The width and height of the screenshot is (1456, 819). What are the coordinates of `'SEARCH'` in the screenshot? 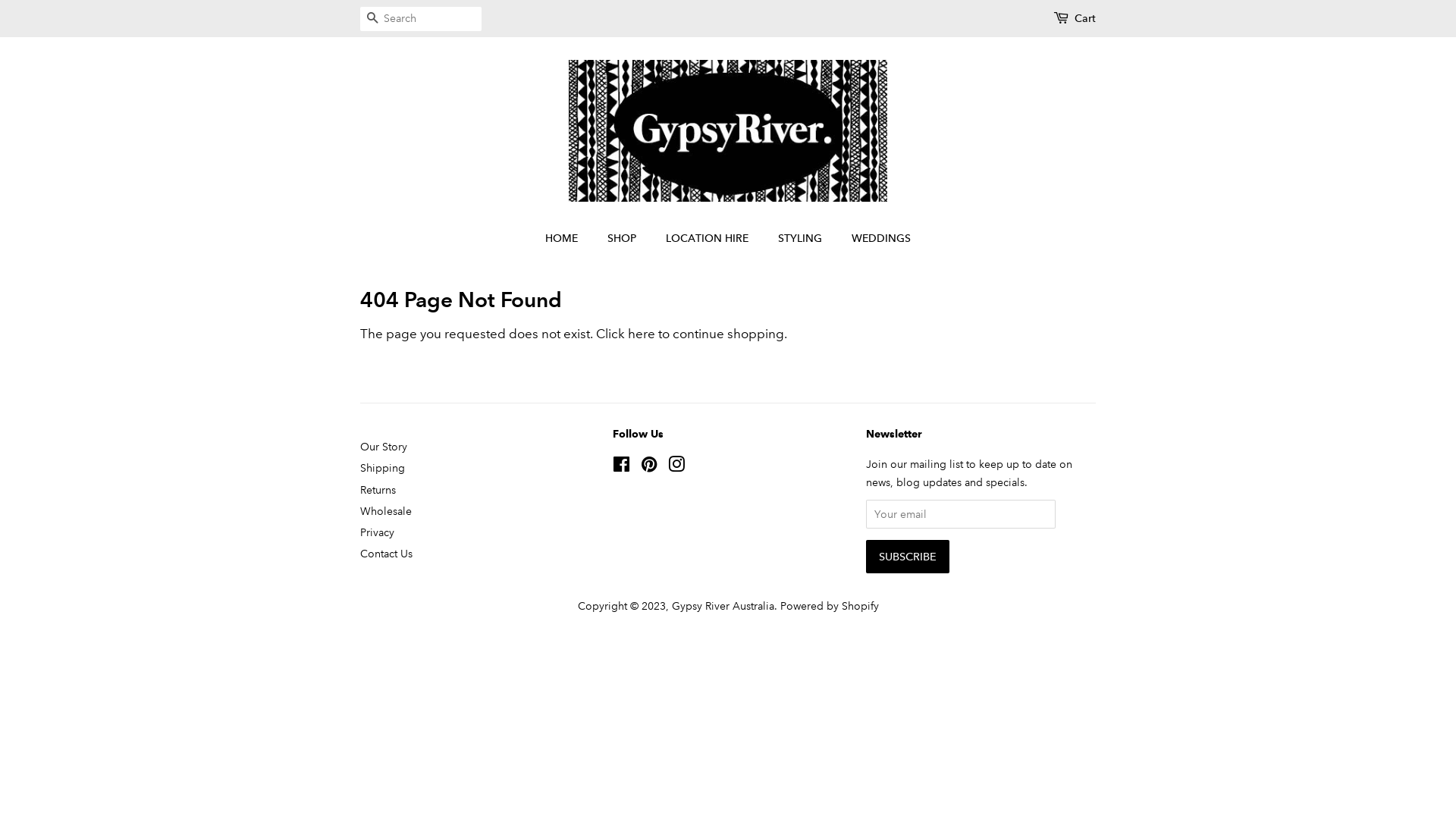 It's located at (372, 19).